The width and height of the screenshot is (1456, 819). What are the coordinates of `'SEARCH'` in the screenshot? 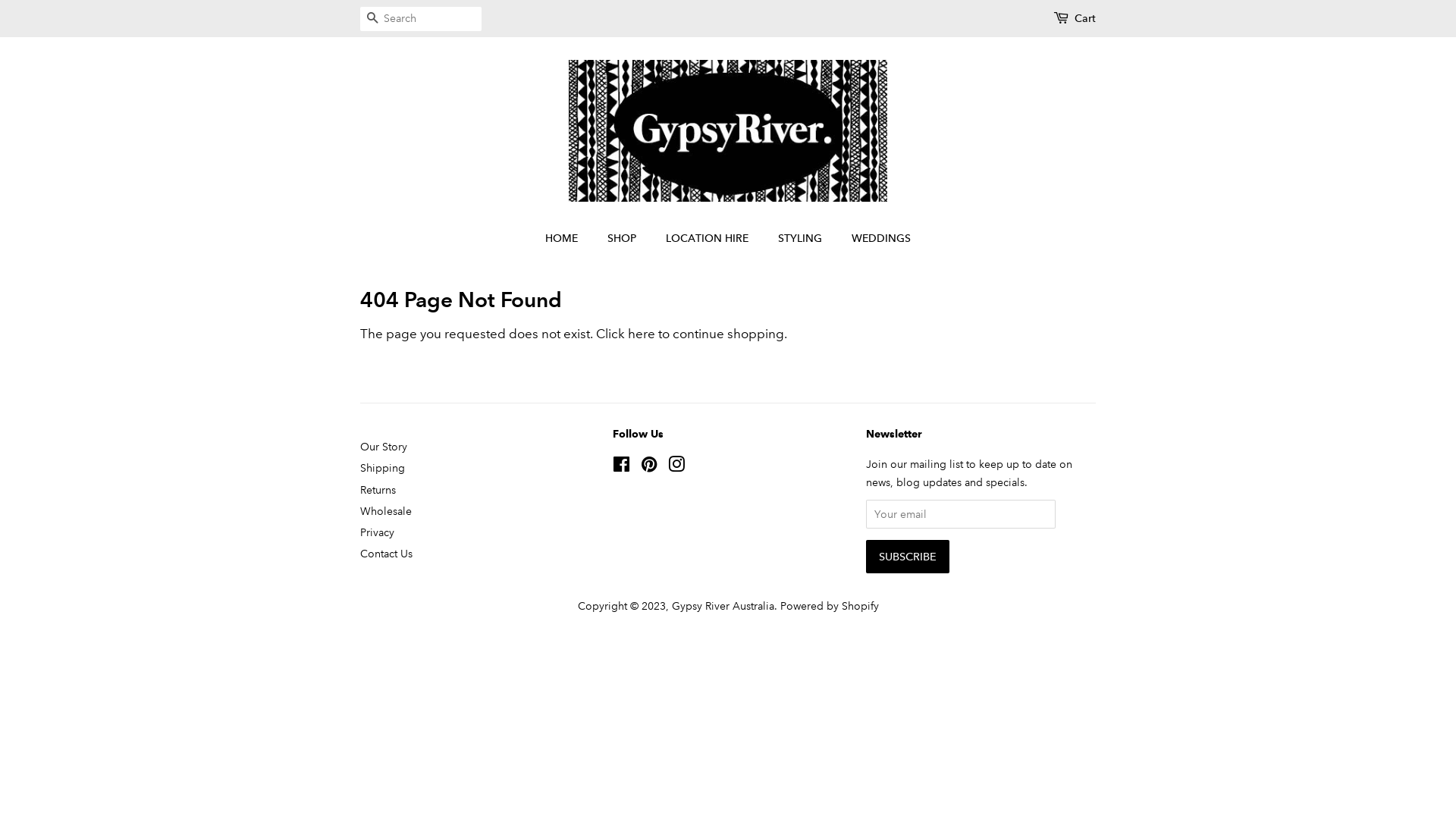 It's located at (372, 19).